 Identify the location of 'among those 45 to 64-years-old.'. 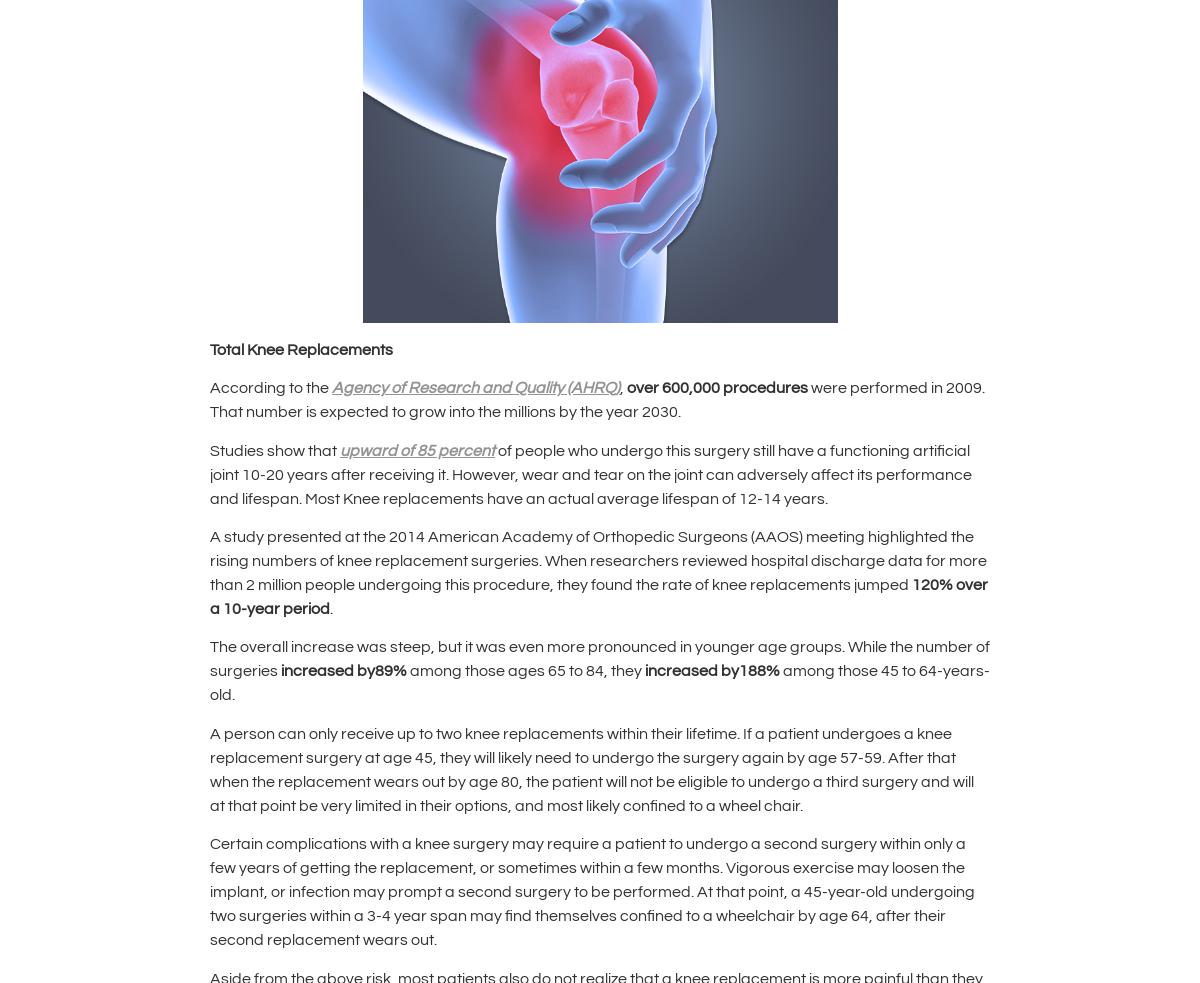
(600, 681).